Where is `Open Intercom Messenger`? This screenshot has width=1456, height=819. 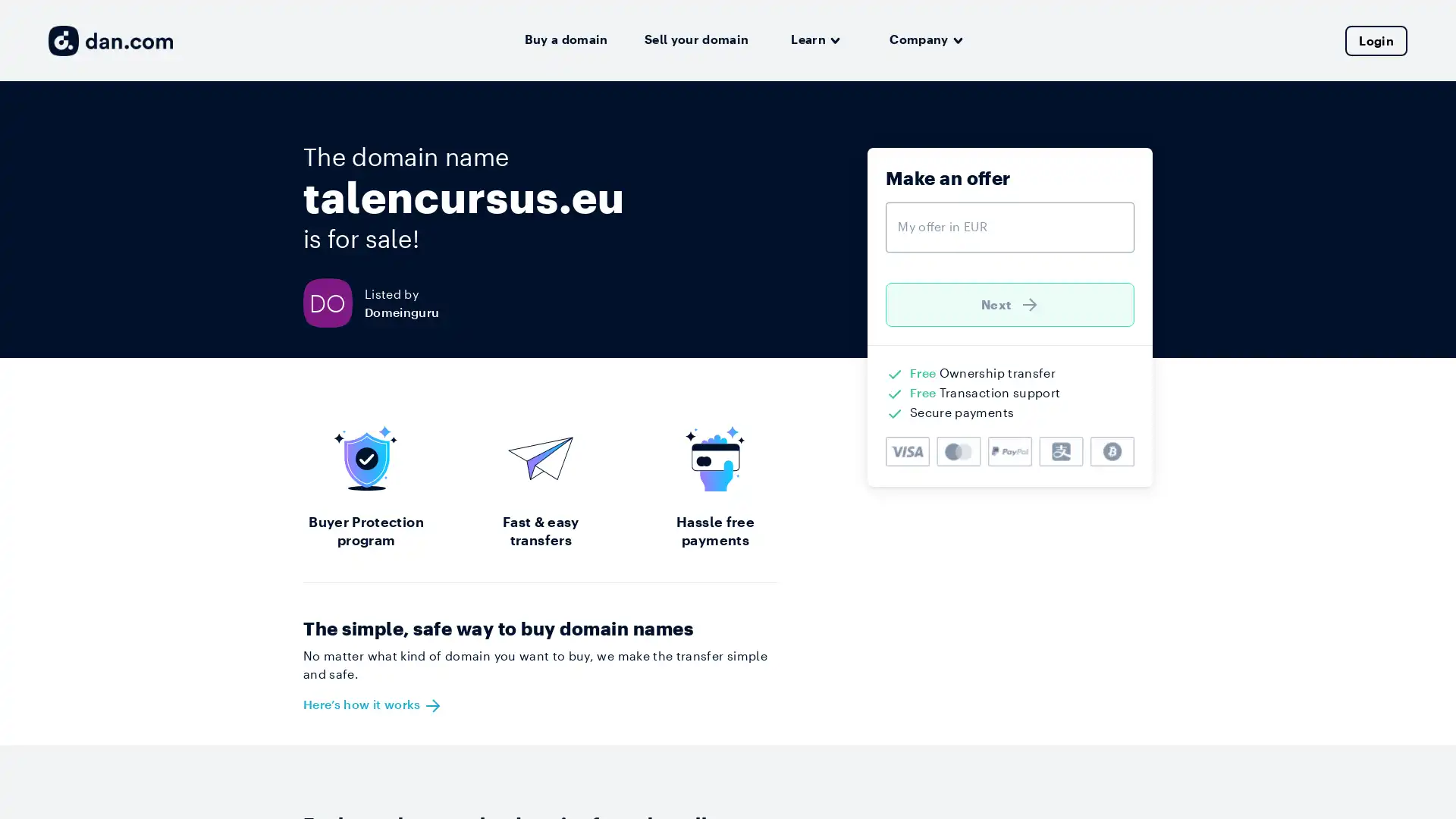
Open Intercom Messenger is located at coordinates (1417, 780).